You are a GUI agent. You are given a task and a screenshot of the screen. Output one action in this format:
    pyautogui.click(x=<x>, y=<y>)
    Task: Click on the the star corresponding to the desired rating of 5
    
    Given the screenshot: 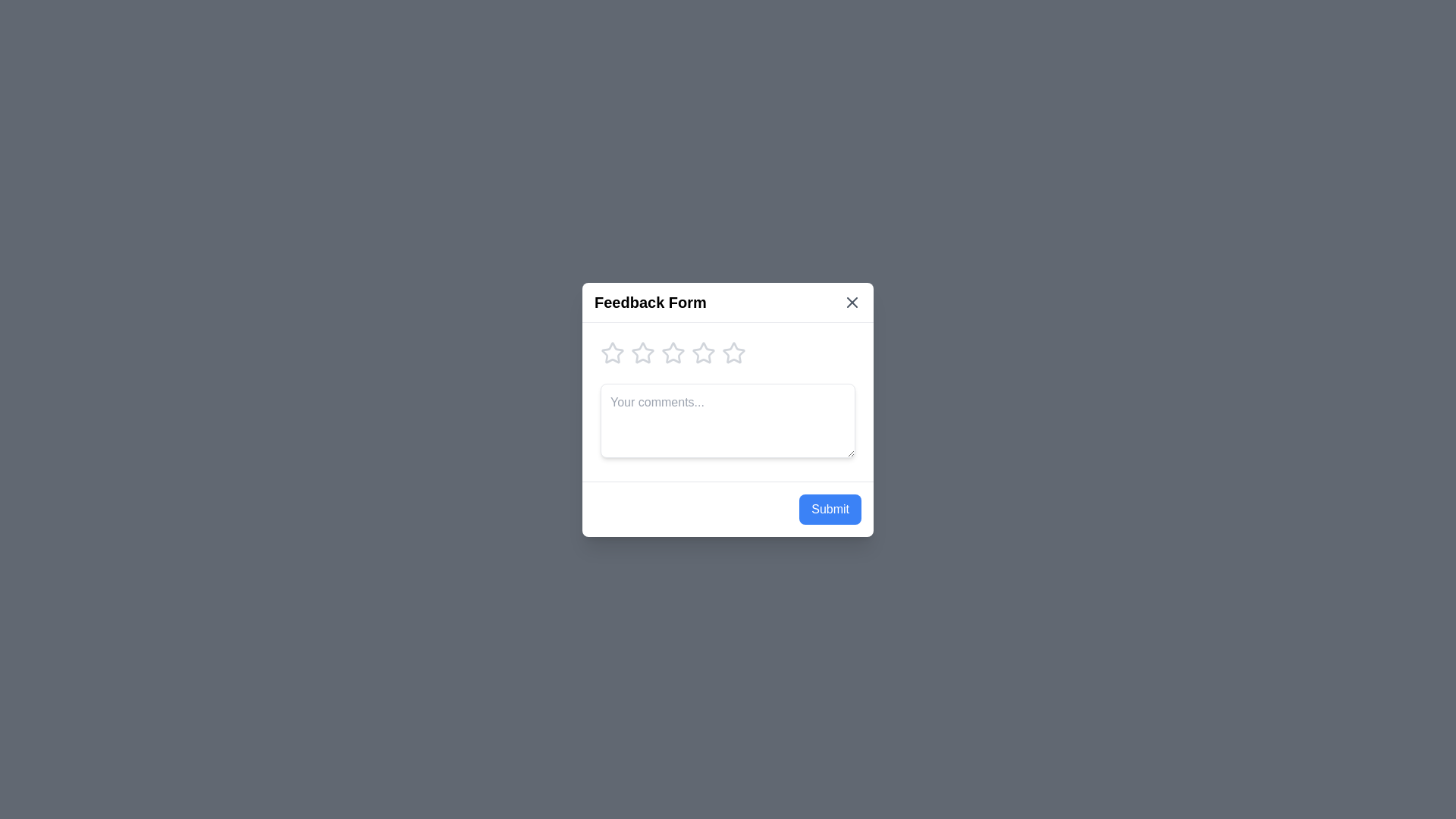 What is the action you would take?
    pyautogui.click(x=734, y=353)
    